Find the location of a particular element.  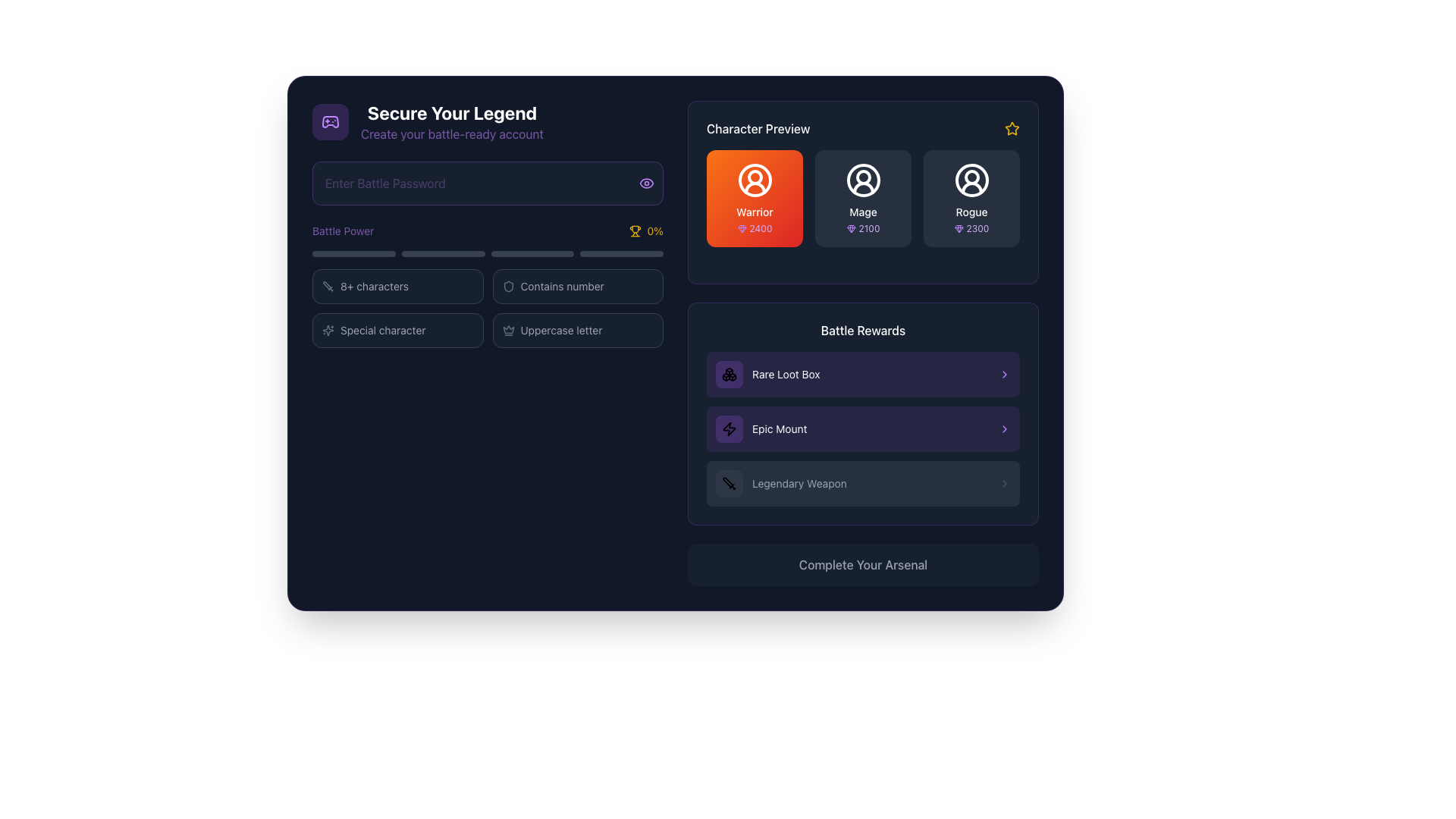

the third item in the 'Battle Rewards' list is located at coordinates (863, 483).